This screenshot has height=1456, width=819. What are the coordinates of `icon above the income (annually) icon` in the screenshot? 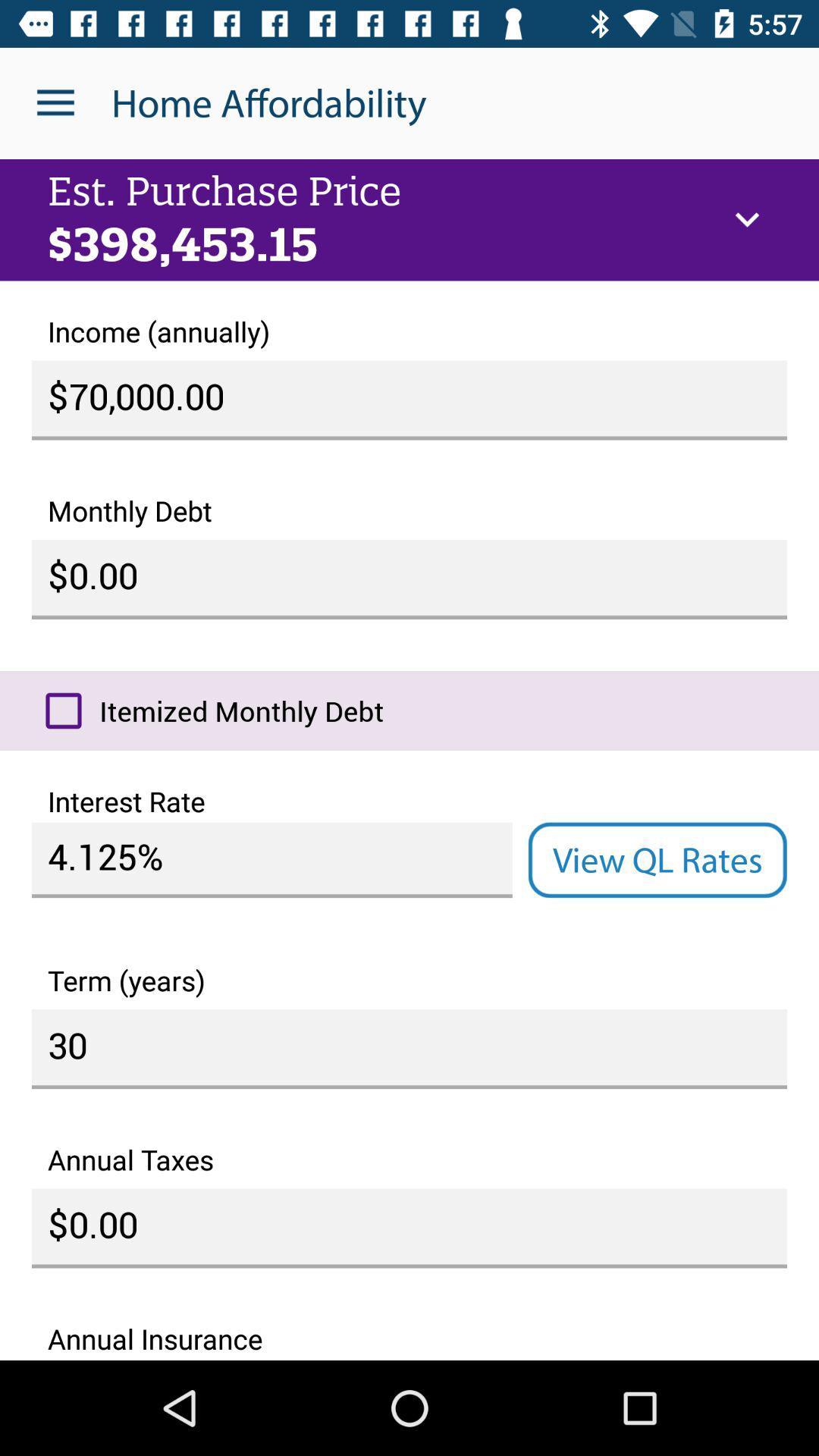 It's located at (746, 219).